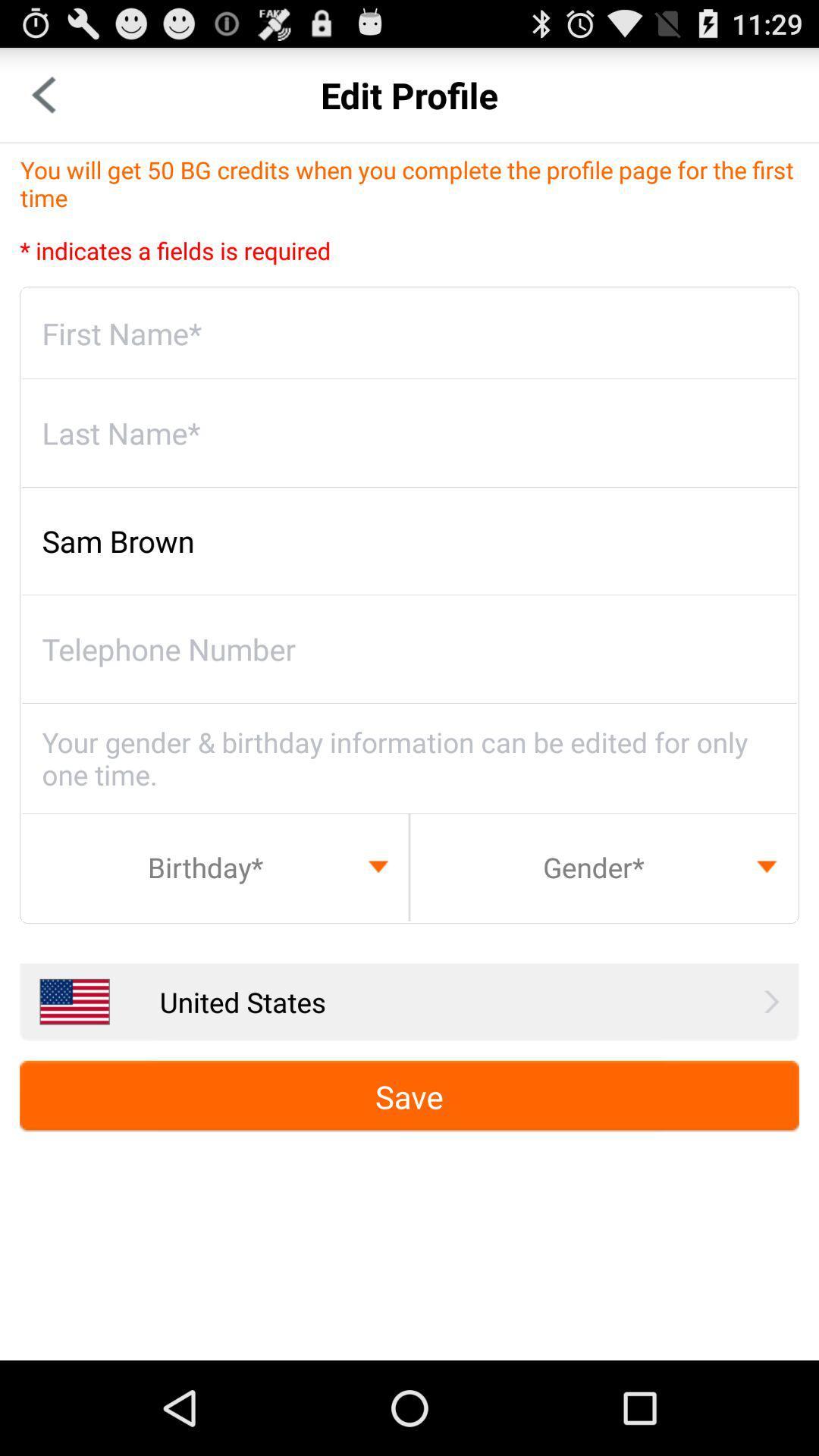 The height and width of the screenshot is (1456, 819). I want to click on your telephone number, so click(409, 649).